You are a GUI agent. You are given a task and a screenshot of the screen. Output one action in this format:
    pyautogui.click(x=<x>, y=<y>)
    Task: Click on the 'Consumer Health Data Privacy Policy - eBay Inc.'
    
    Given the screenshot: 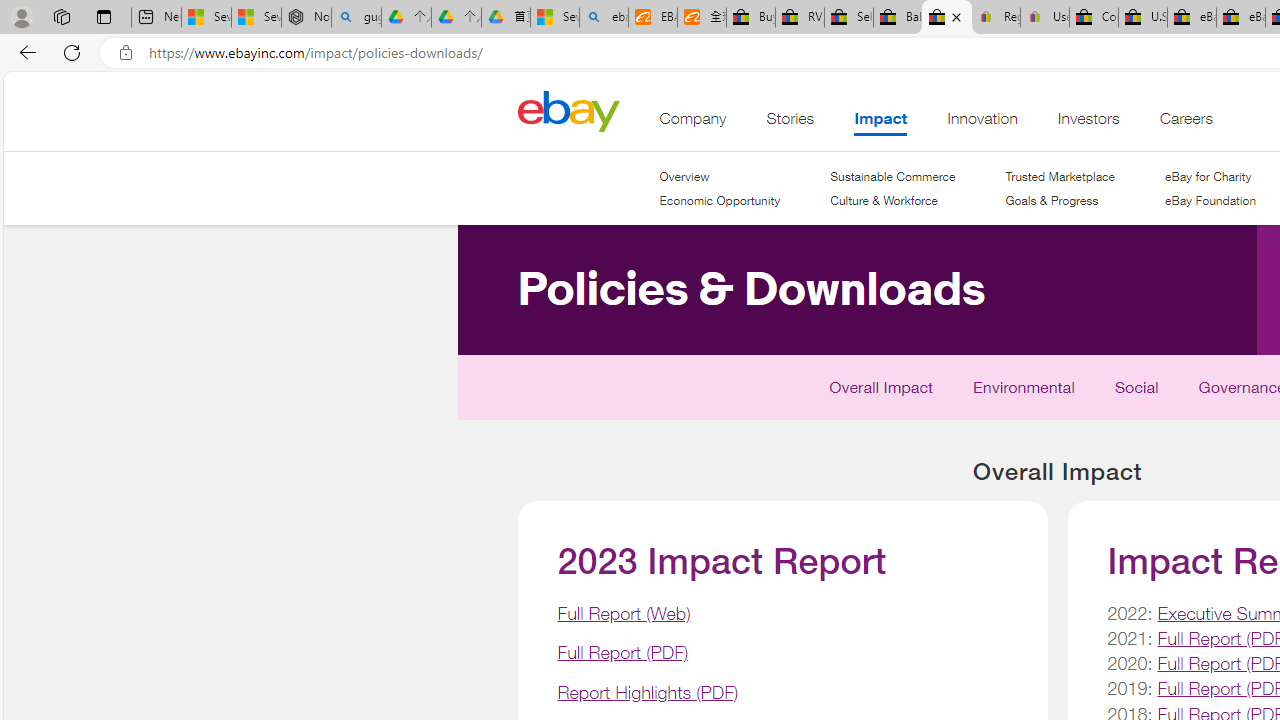 What is the action you would take?
    pyautogui.click(x=1092, y=17)
    